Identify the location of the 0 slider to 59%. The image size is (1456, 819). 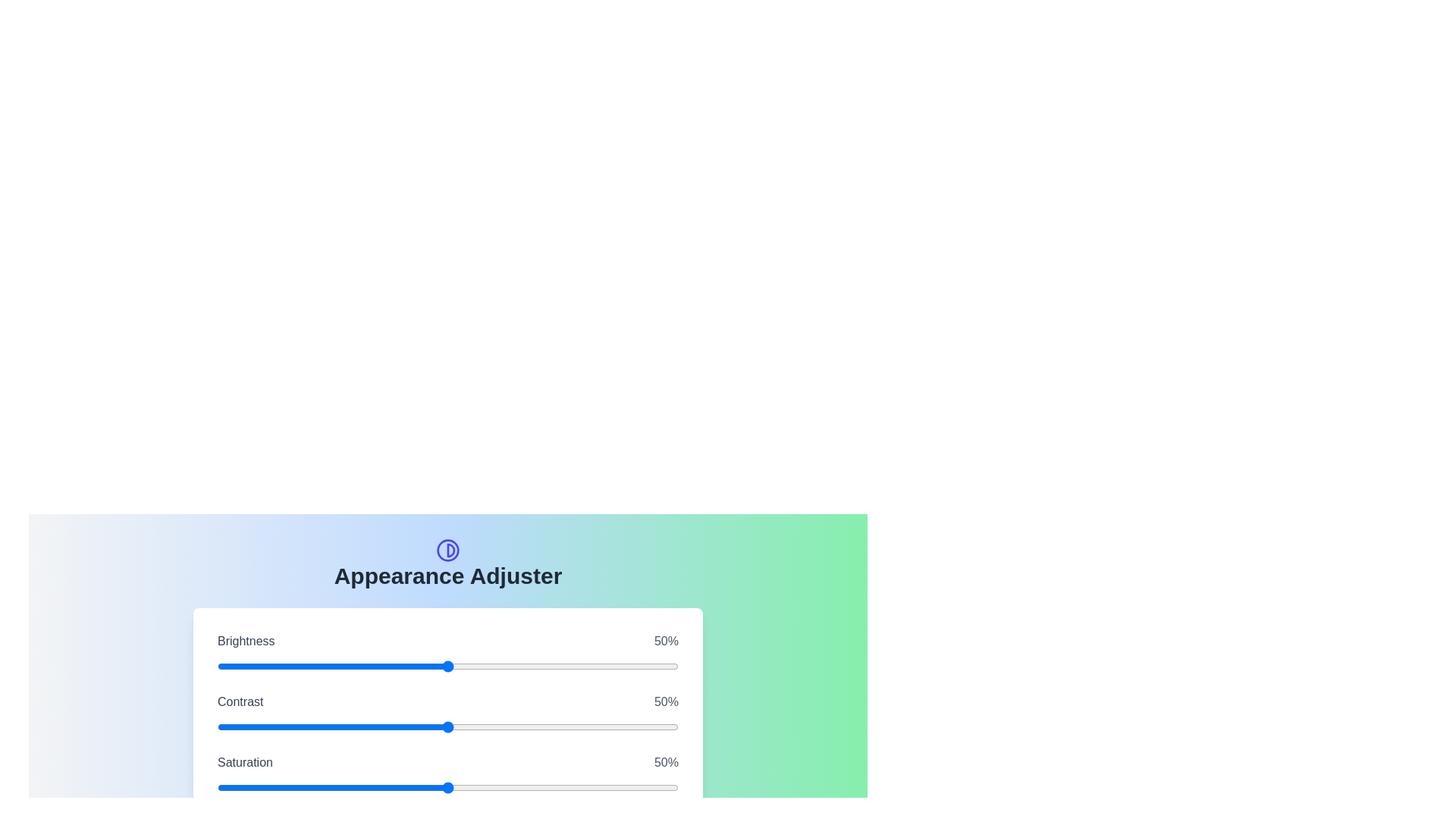
(583, 666).